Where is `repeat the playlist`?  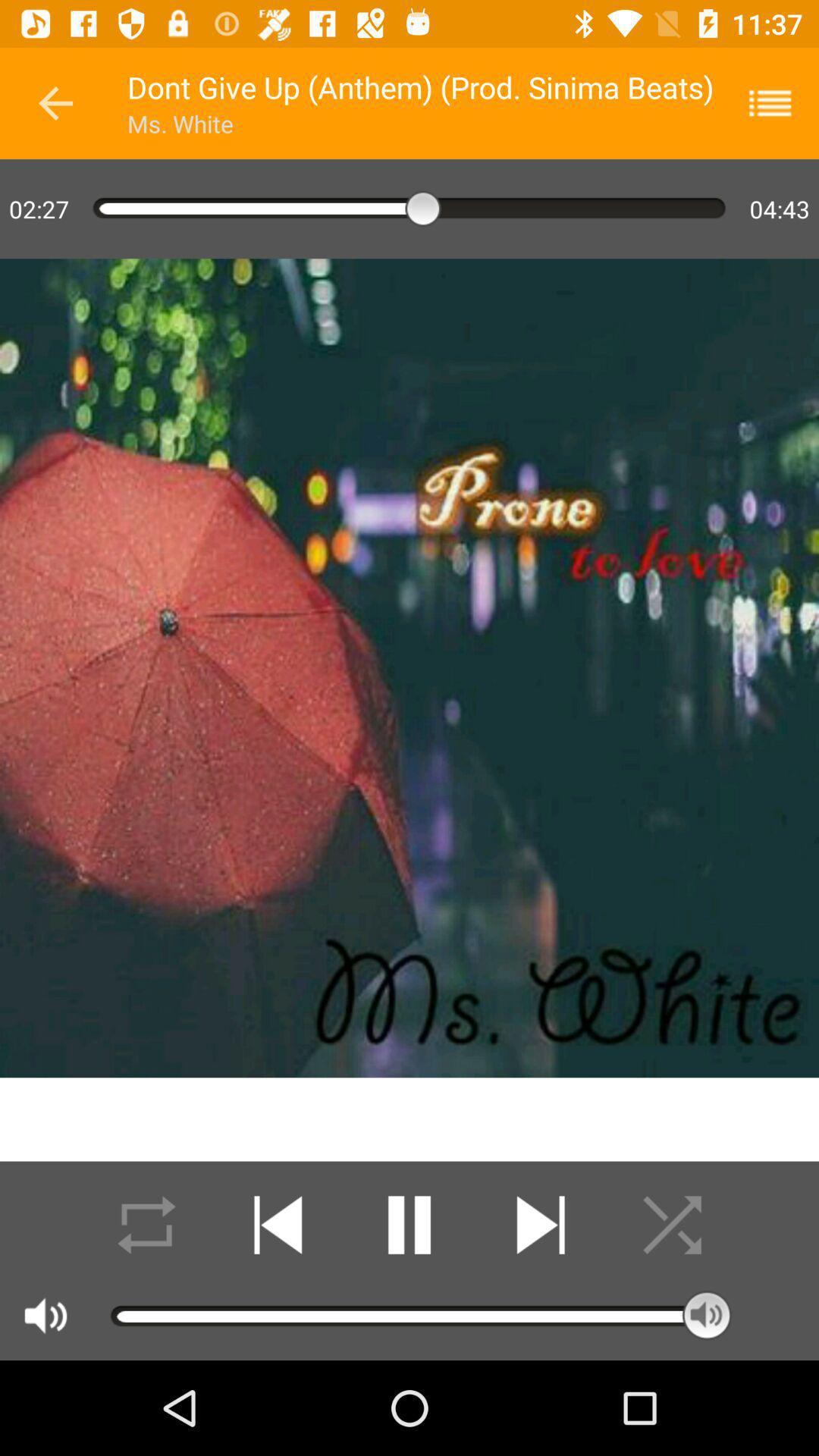 repeat the playlist is located at coordinates (146, 1225).